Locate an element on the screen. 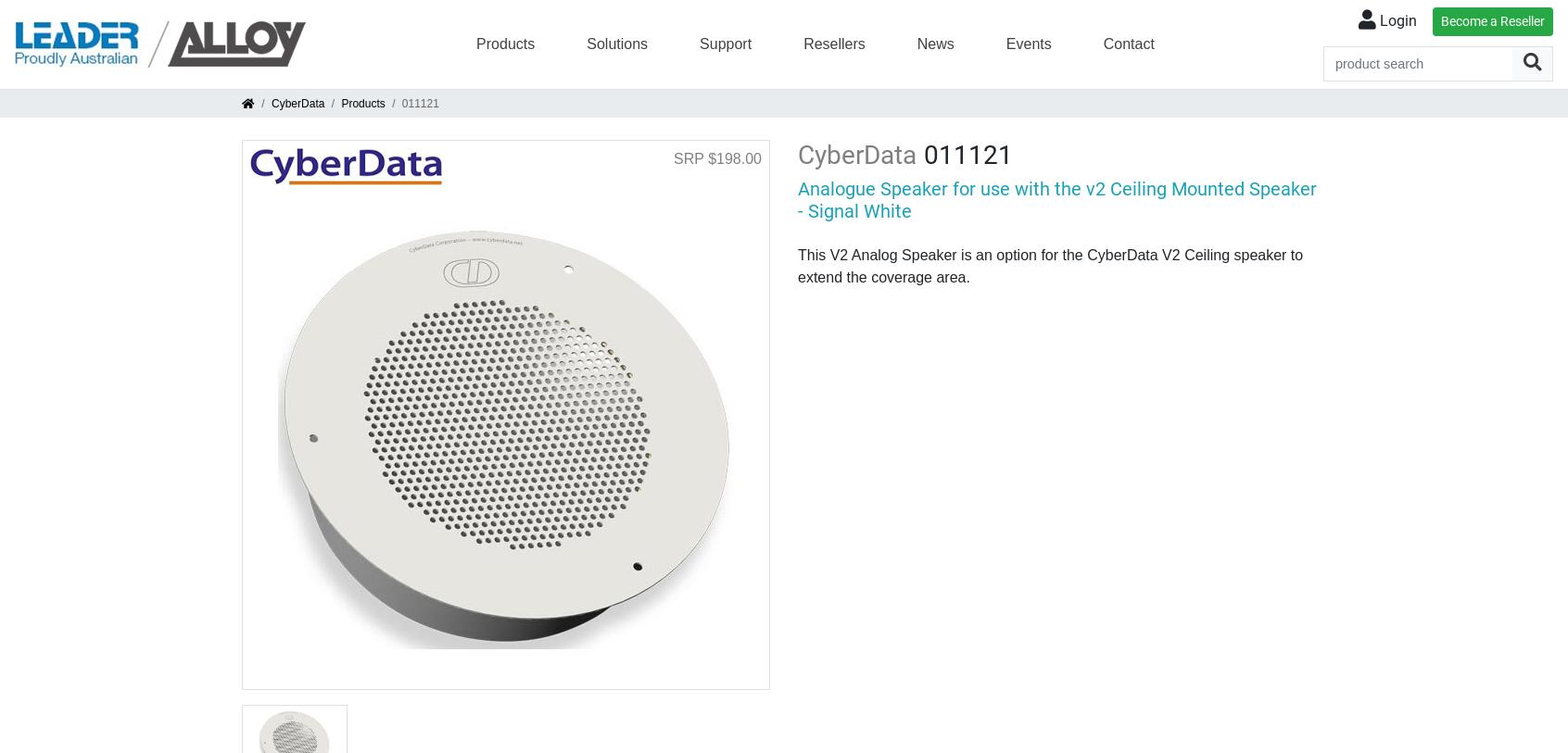 The width and height of the screenshot is (1568, 753). 'Contact' is located at coordinates (1101, 42).